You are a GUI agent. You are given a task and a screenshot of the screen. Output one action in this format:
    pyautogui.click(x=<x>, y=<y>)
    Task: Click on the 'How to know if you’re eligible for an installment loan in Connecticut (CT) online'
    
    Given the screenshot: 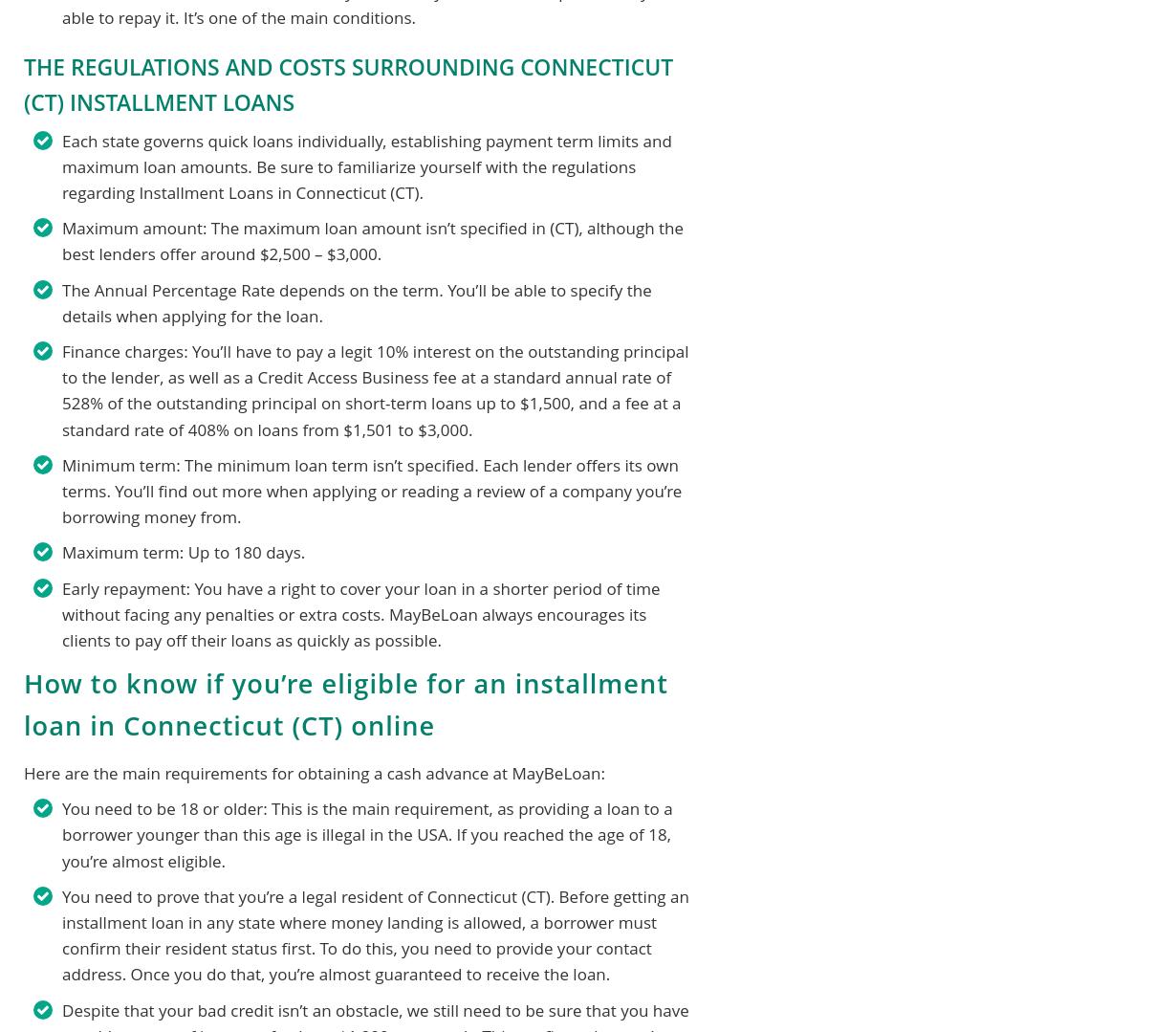 What is the action you would take?
    pyautogui.click(x=344, y=702)
    